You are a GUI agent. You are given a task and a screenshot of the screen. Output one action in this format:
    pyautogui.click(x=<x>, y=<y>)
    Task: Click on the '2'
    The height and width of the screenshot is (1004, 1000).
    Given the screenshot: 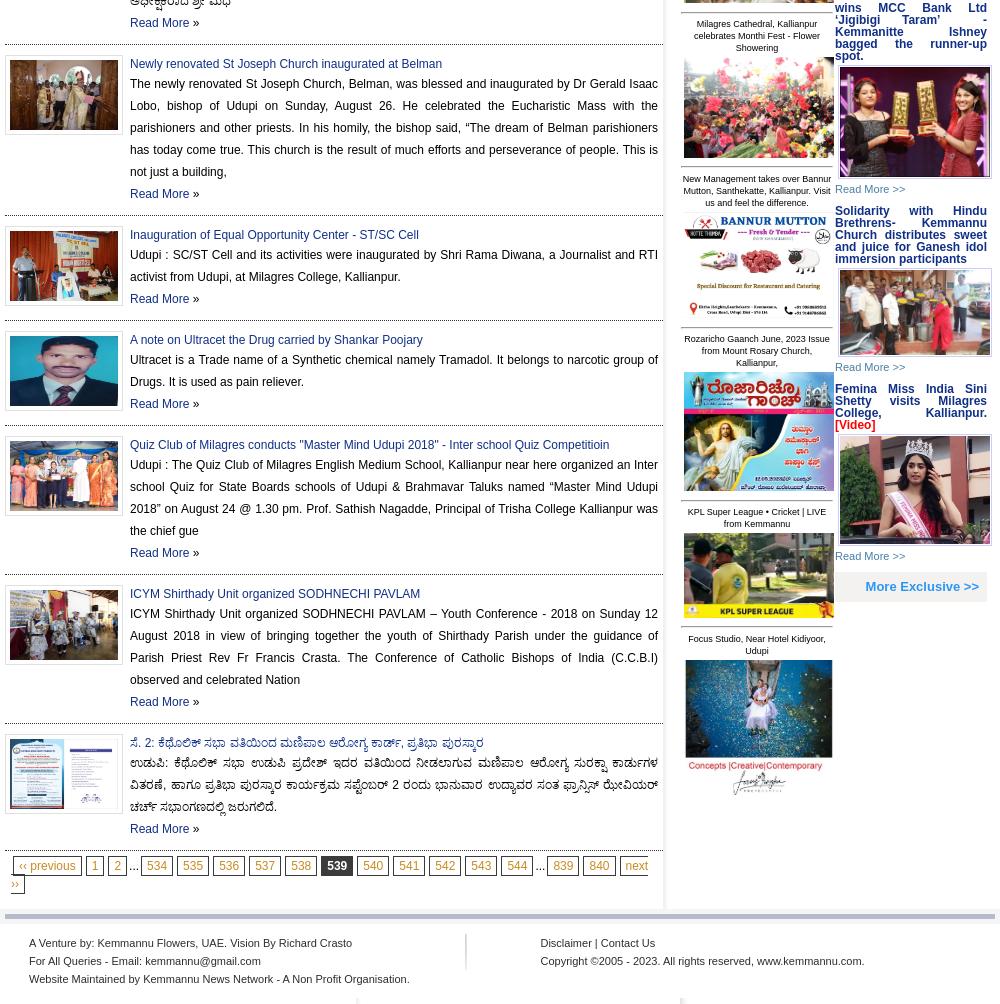 What is the action you would take?
    pyautogui.click(x=116, y=865)
    